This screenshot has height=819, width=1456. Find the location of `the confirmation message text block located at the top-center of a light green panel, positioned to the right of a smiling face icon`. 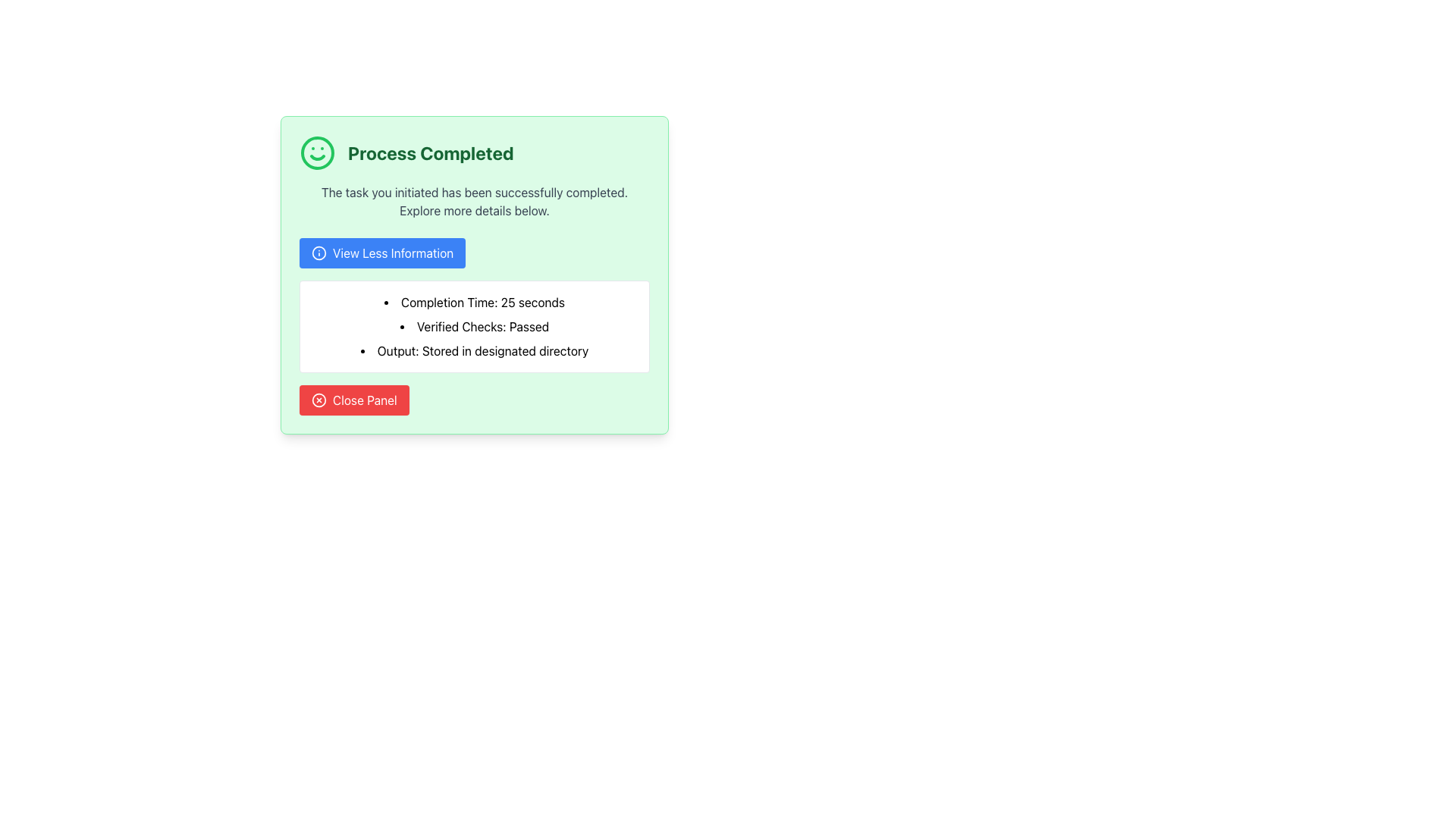

the confirmation message text block located at the top-center of a light green panel, positioned to the right of a smiling face icon is located at coordinates (430, 152).